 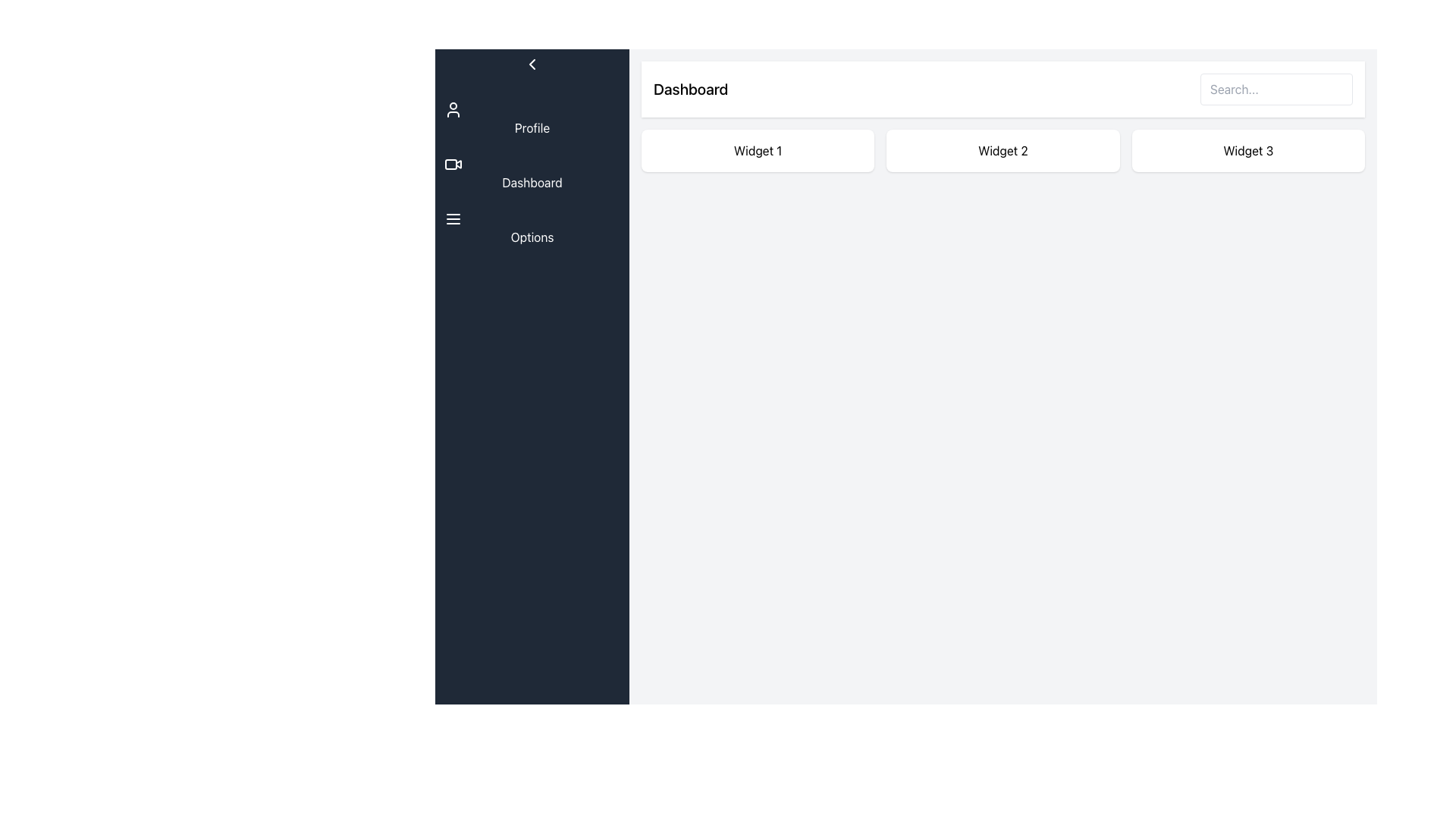 What do you see at coordinates (532, 63) in the screenshot?
I see `the navigational back button located at the top of the dark-colored navigation sidebar` at bounding box center [532, 63].